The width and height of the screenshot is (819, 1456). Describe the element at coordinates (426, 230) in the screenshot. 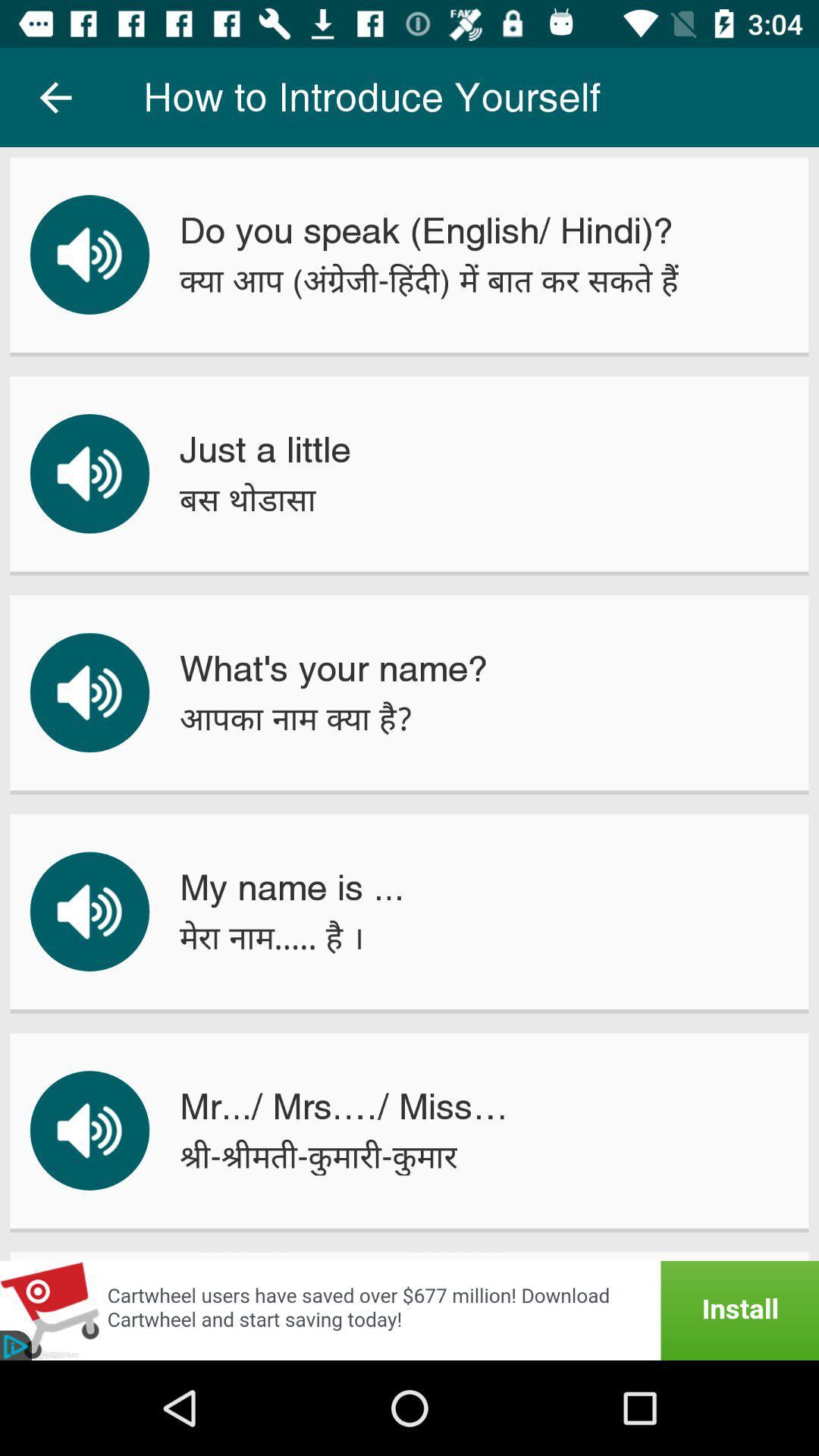

I see `do you speak icon` at that location.